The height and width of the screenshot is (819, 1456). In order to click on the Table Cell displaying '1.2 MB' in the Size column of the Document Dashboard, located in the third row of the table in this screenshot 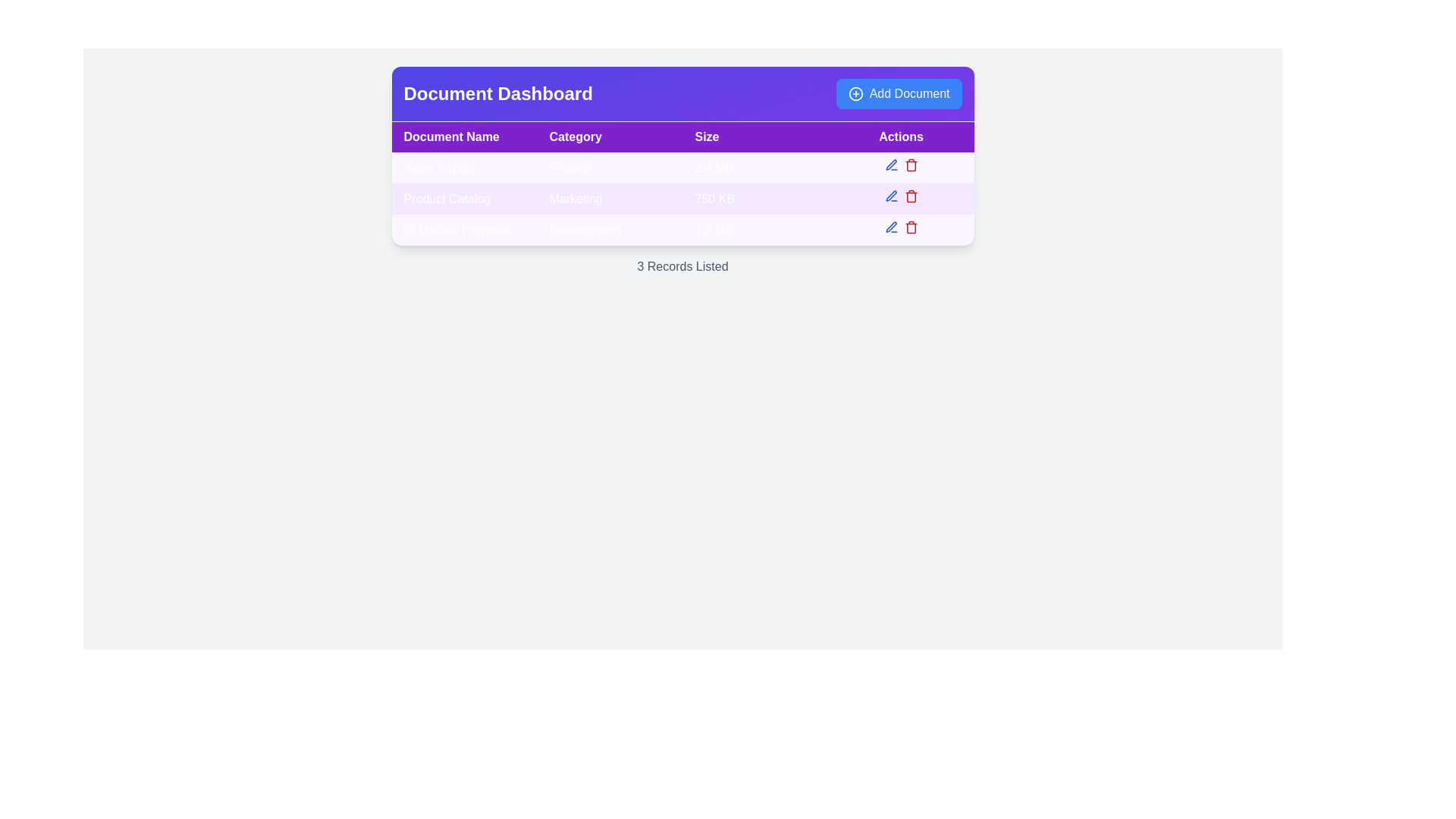, I will do `click(755, 230)`.